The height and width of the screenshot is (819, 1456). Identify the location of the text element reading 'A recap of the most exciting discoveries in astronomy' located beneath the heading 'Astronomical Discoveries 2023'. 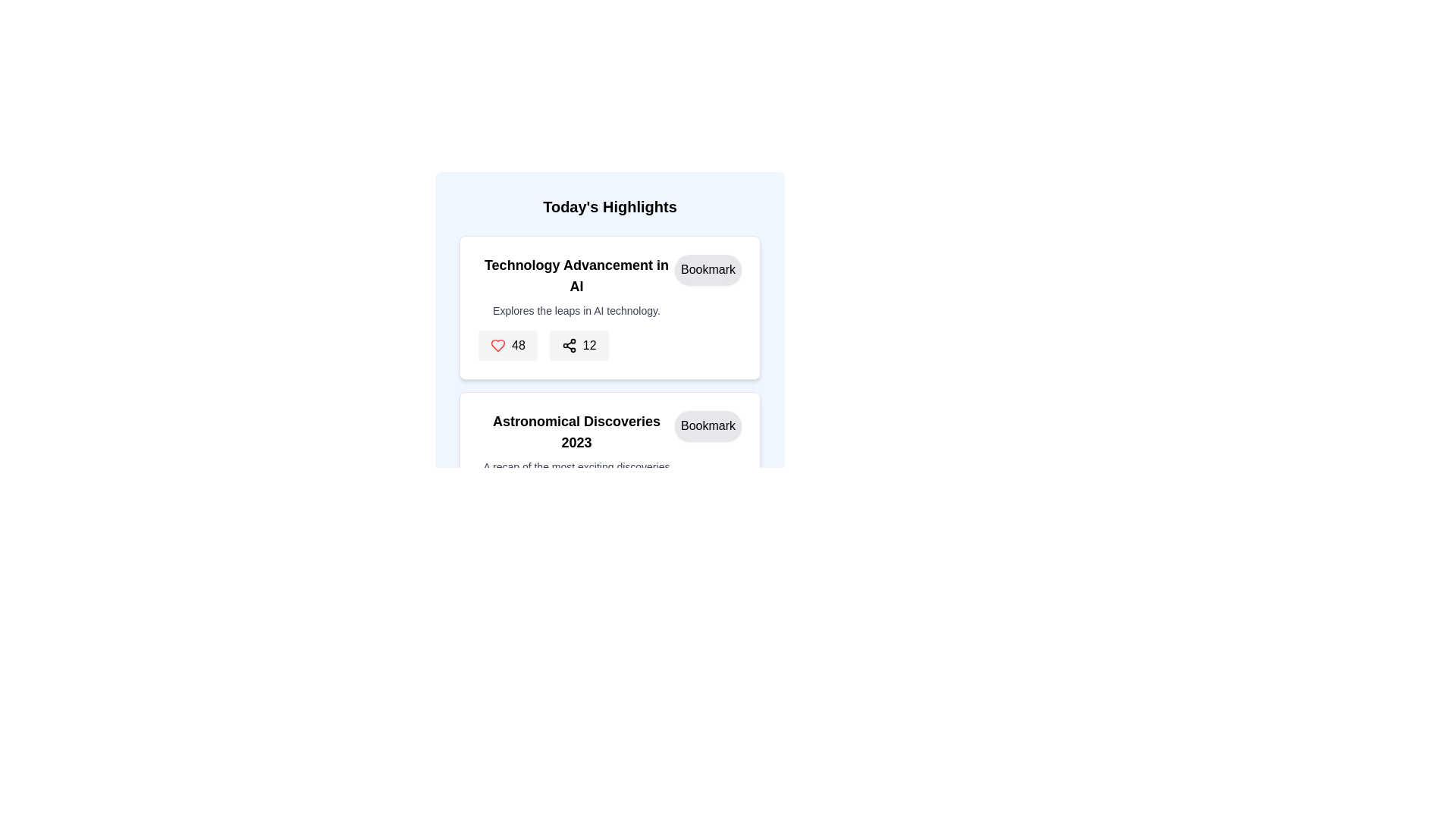
(576, 473).